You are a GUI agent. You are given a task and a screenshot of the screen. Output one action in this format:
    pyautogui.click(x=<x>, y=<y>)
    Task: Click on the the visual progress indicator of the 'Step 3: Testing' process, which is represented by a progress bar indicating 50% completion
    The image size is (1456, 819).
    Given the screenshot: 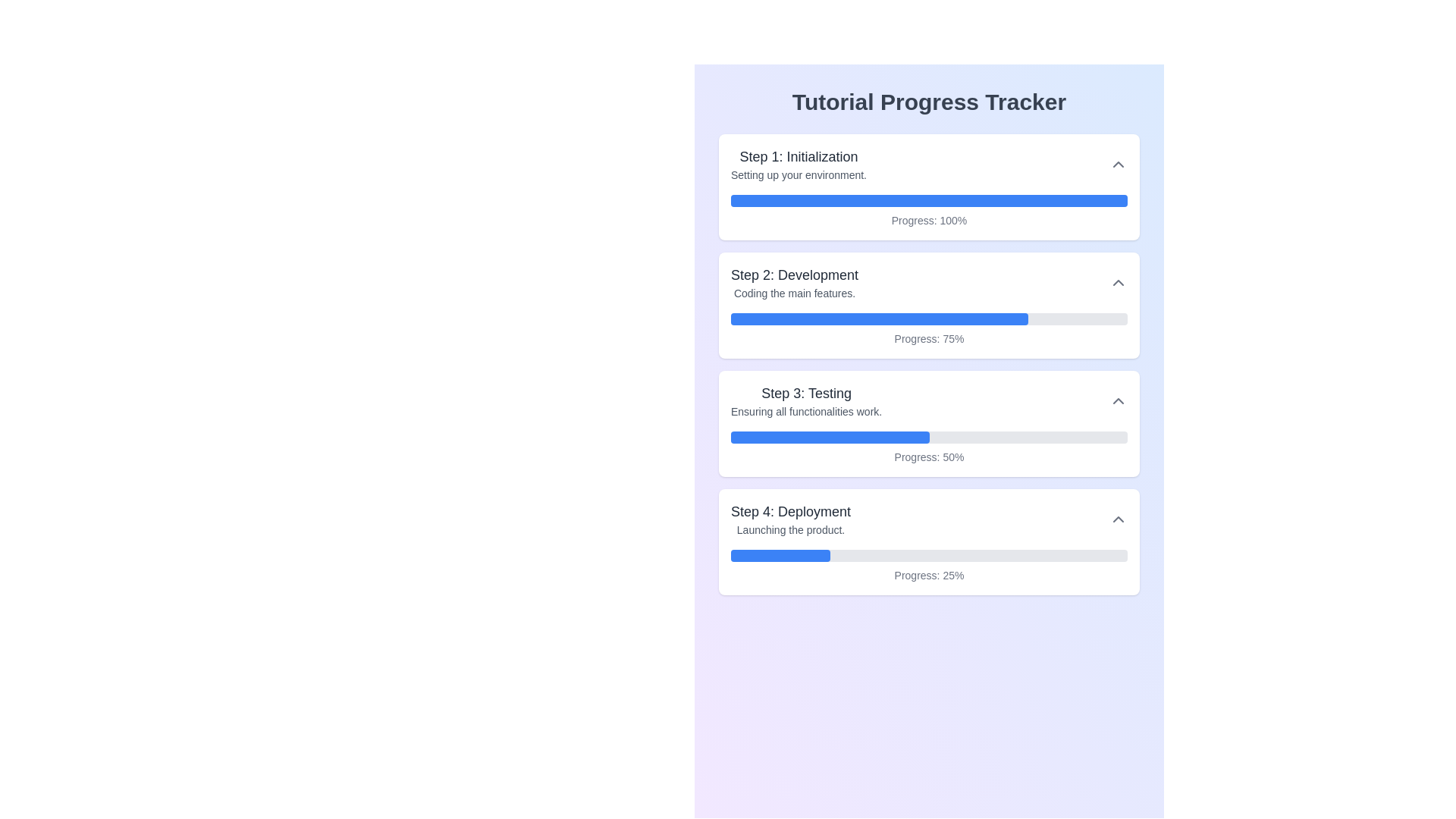 What is the action you would take?
    pyautogui.click(x=928, y=447)
    